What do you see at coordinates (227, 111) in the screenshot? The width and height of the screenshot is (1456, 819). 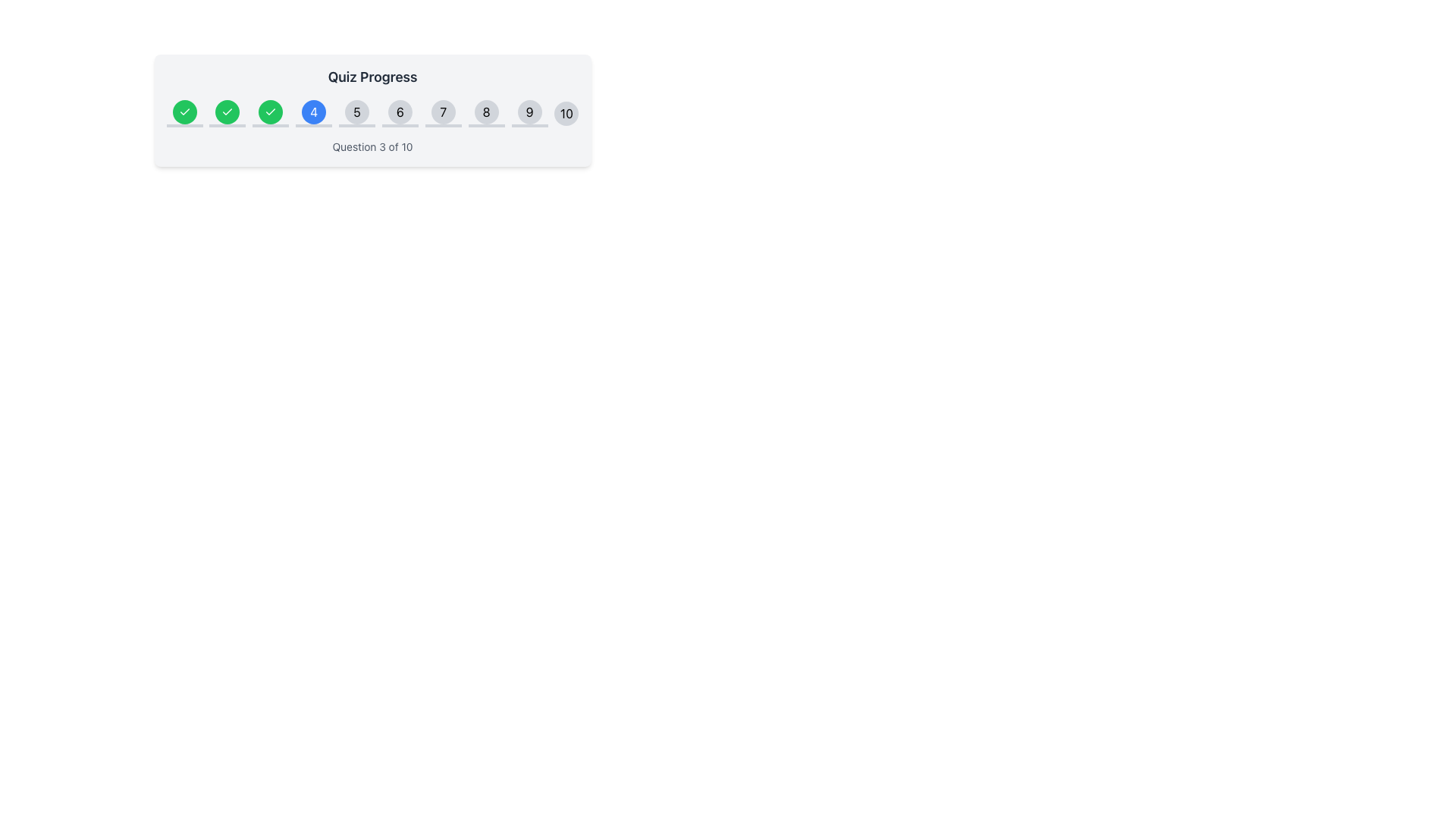 I see `the status of the checkmark icon with a circular green background and white checkmark, located in the second position of the completed steps in the 'Quiz Progress' bar` at bounding box center [227, 111].